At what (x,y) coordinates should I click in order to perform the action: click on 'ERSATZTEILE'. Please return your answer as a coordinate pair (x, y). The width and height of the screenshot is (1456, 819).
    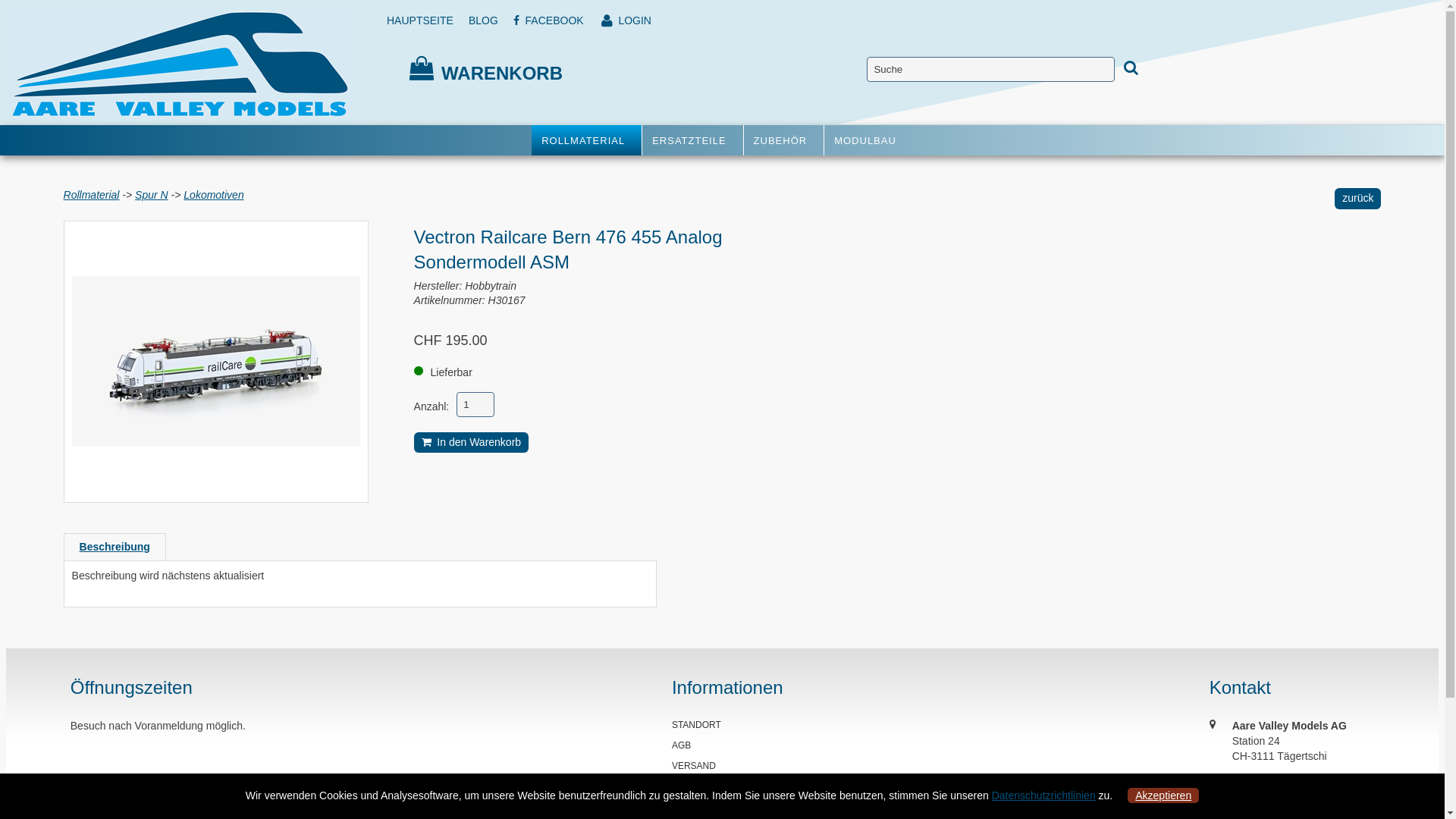
    Looking at the image, I should click on (691, 140).